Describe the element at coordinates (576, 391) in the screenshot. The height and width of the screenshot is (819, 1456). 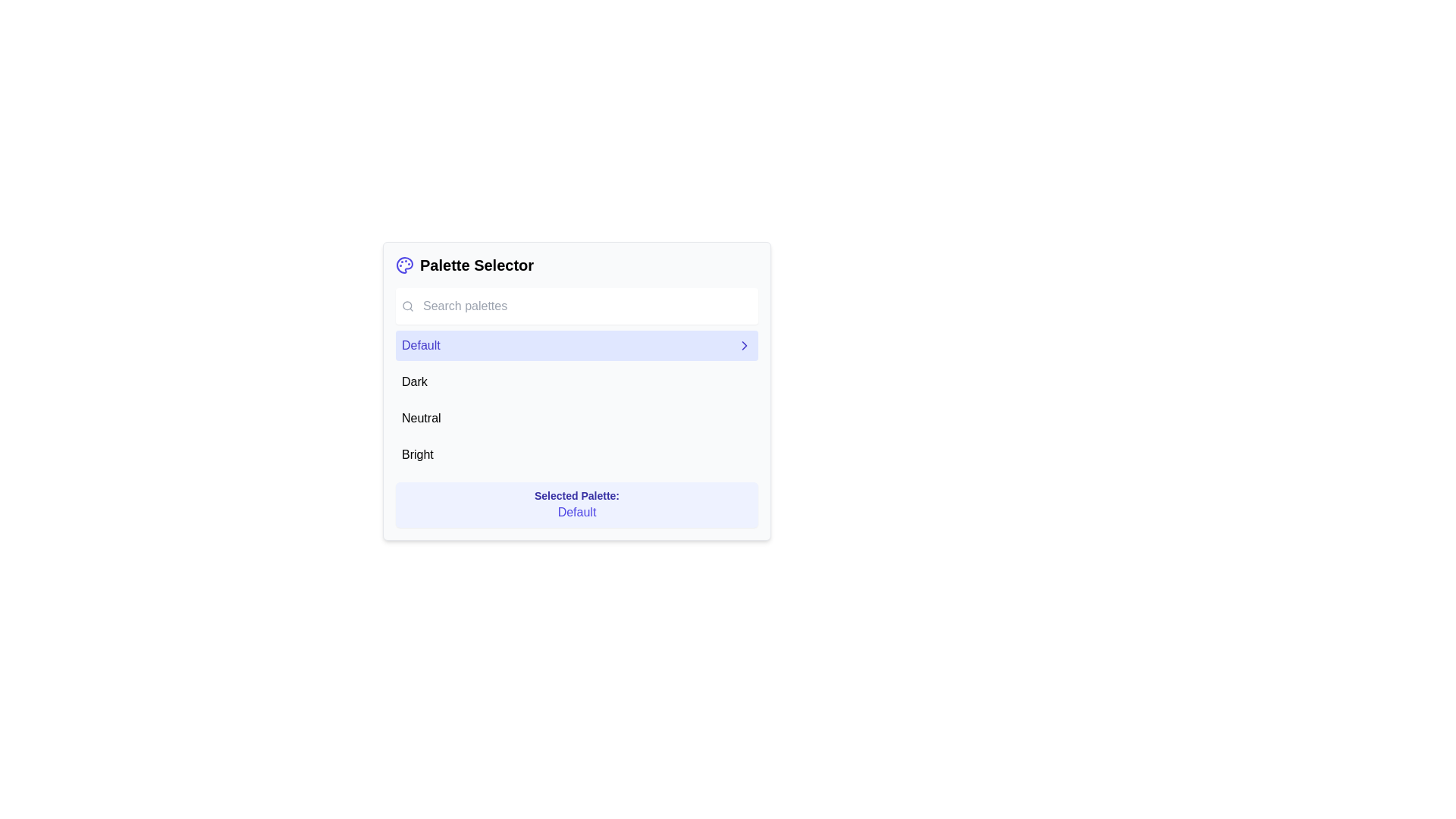
I see `the color theme options in the palette selection interface` at that location.